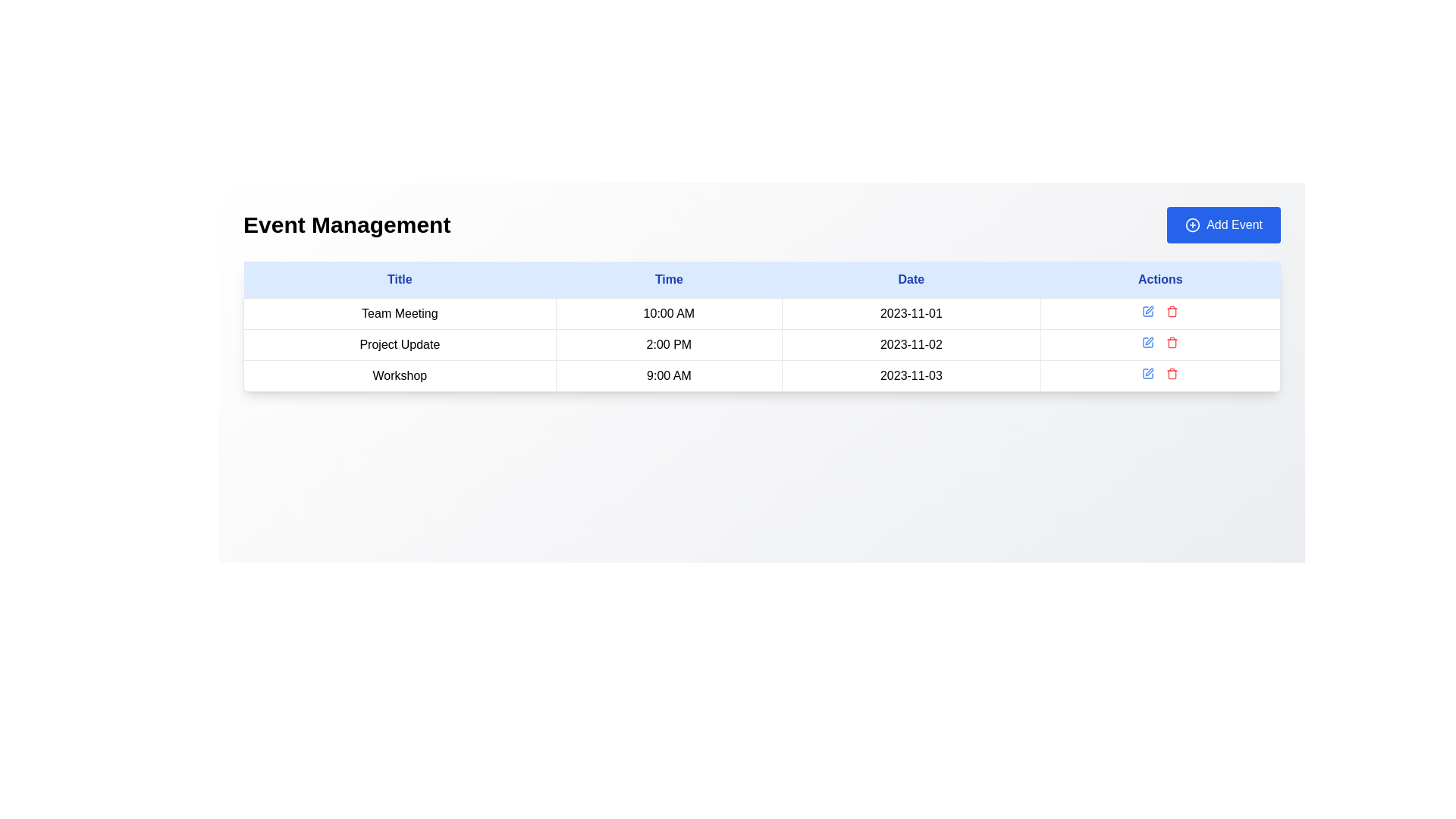 The image size is (1456, 819). Describe the element at coordinates (910, 345) in the screenshot. I see `the table cell displaying the date of the event located in the third column of the second row, which is non-interactive and informative` at that location.